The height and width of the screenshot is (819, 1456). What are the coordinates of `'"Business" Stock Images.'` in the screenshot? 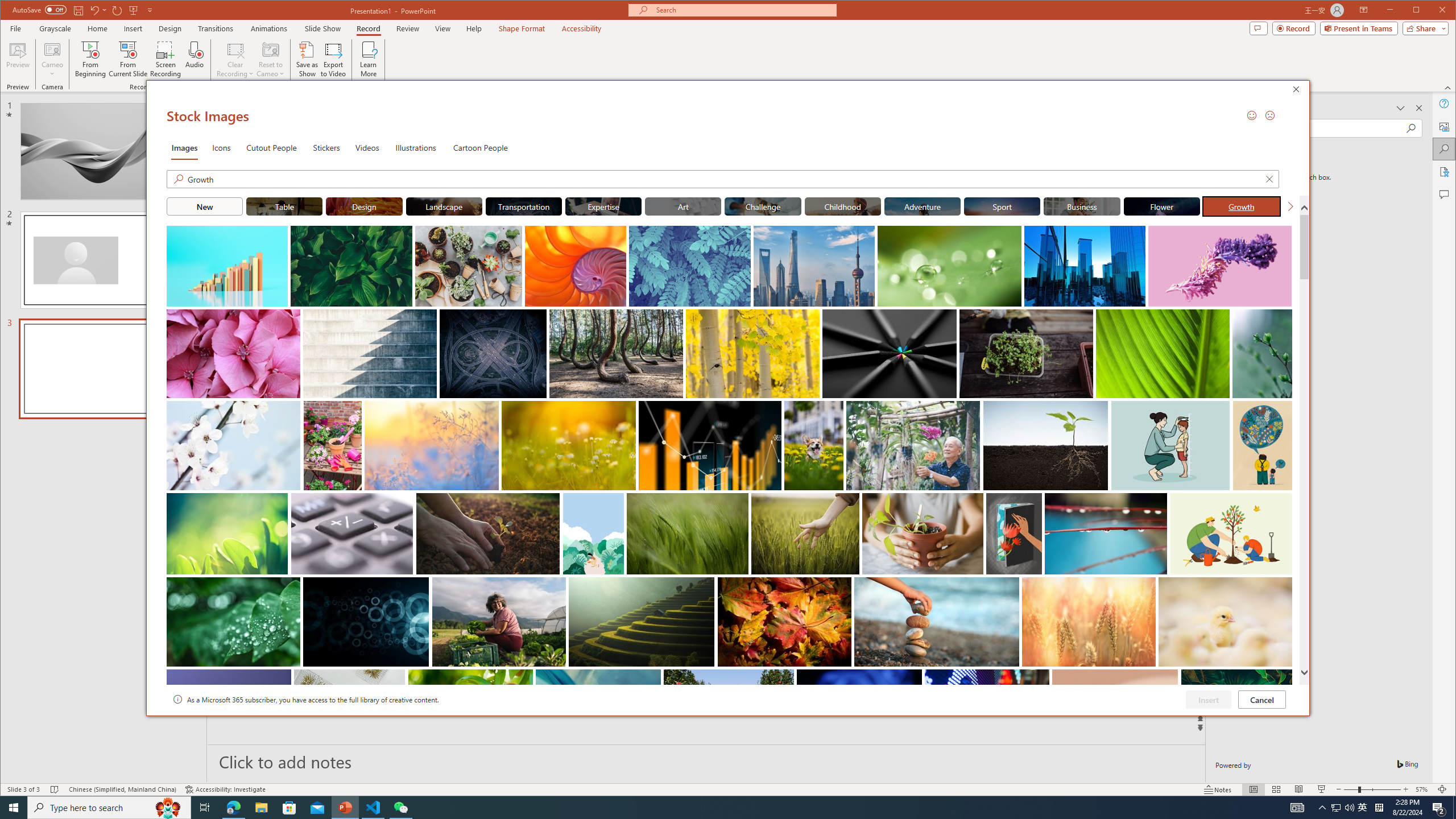 It's located at (1082, 205).